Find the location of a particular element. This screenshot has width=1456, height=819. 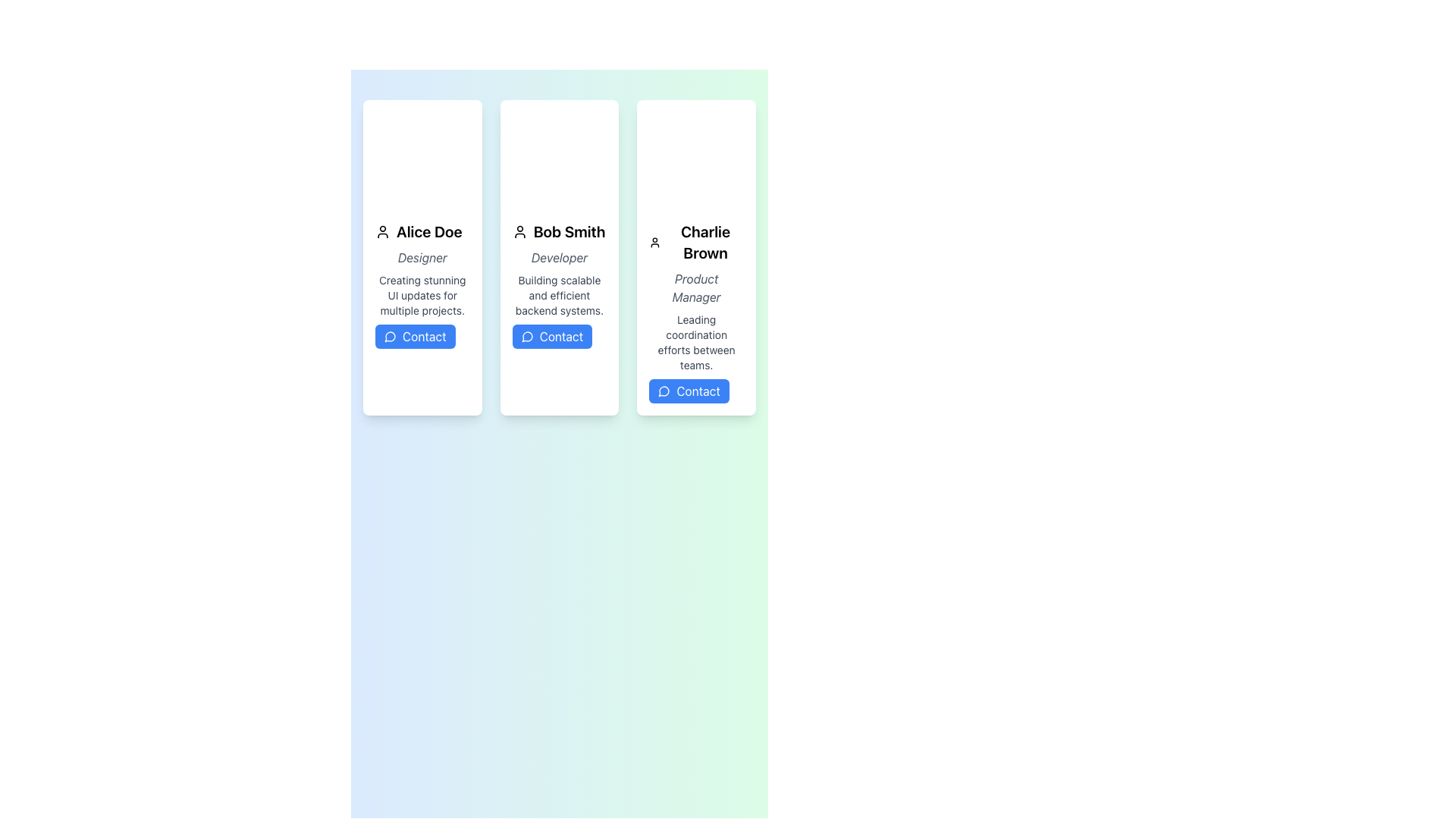

the user profile icon that resembles a simple outline of a bust and circular head, positioned in the top-left corner of the section displaying 'Alice Doe' is located at coordinates (382, 231).